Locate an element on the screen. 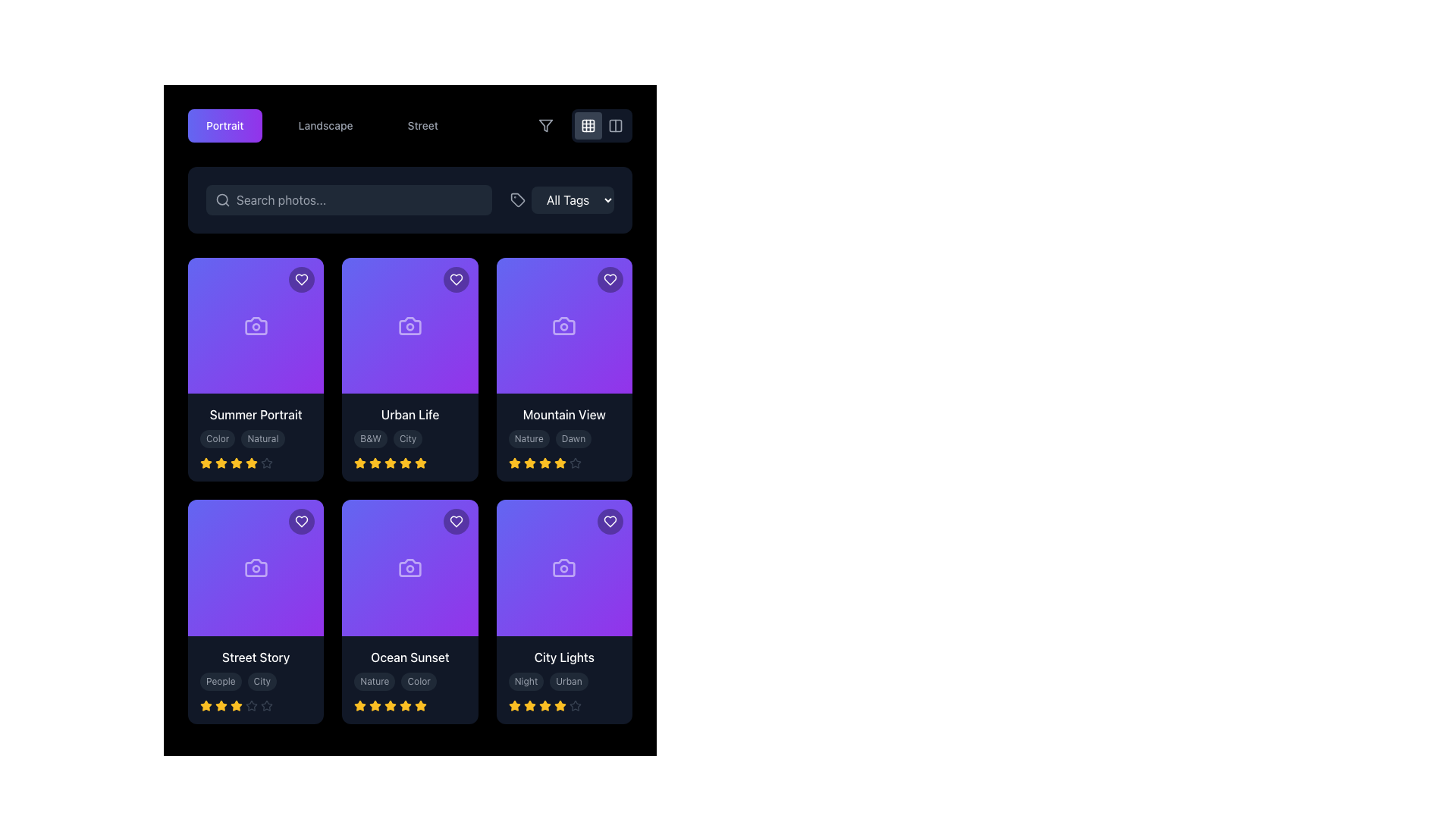  the filter icon located in the upper-right corner of the interface is located at coordinates (546, 124).